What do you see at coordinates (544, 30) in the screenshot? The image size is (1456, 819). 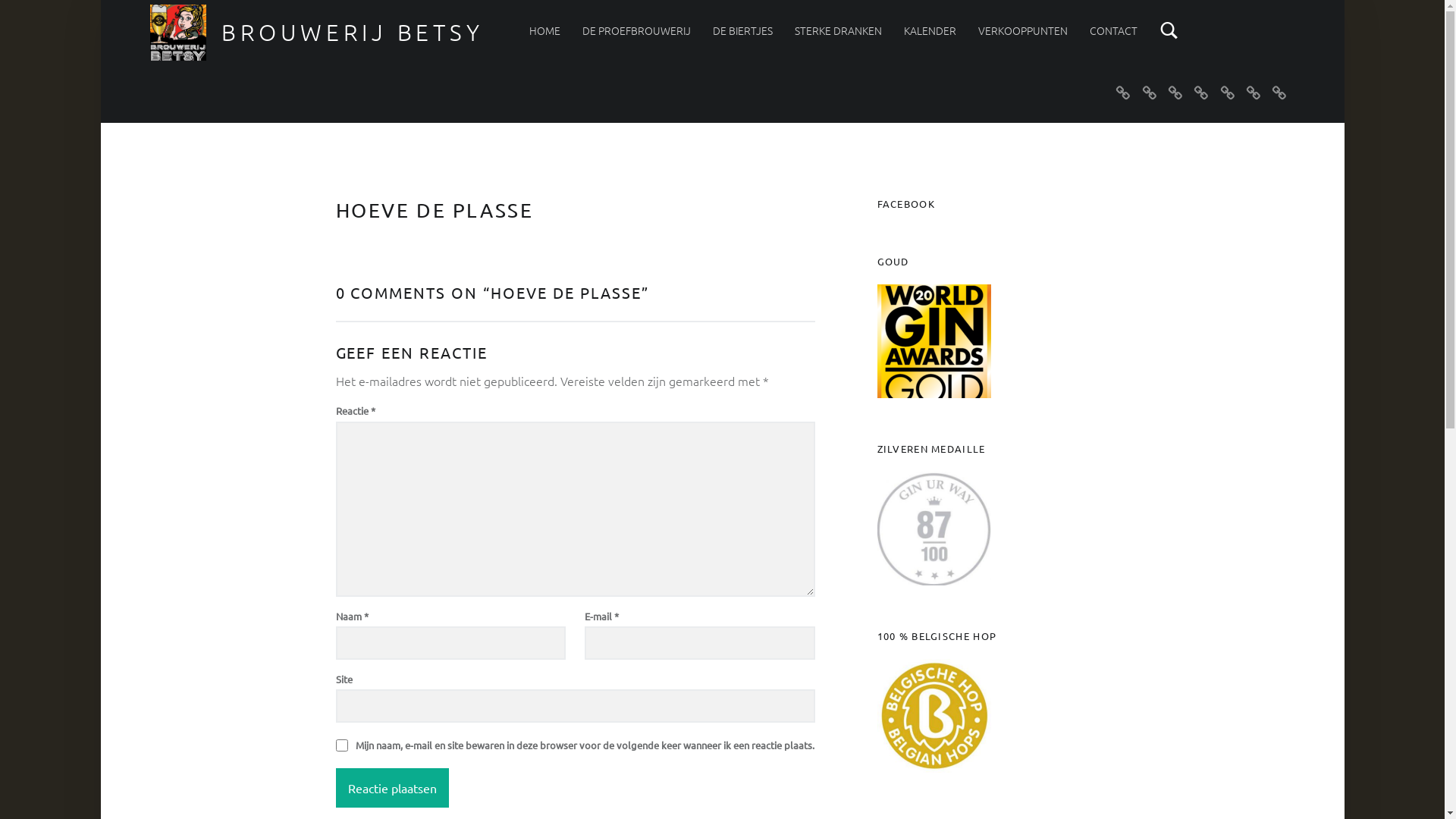 I see `'HOME'` at bounding box center [544, 30].